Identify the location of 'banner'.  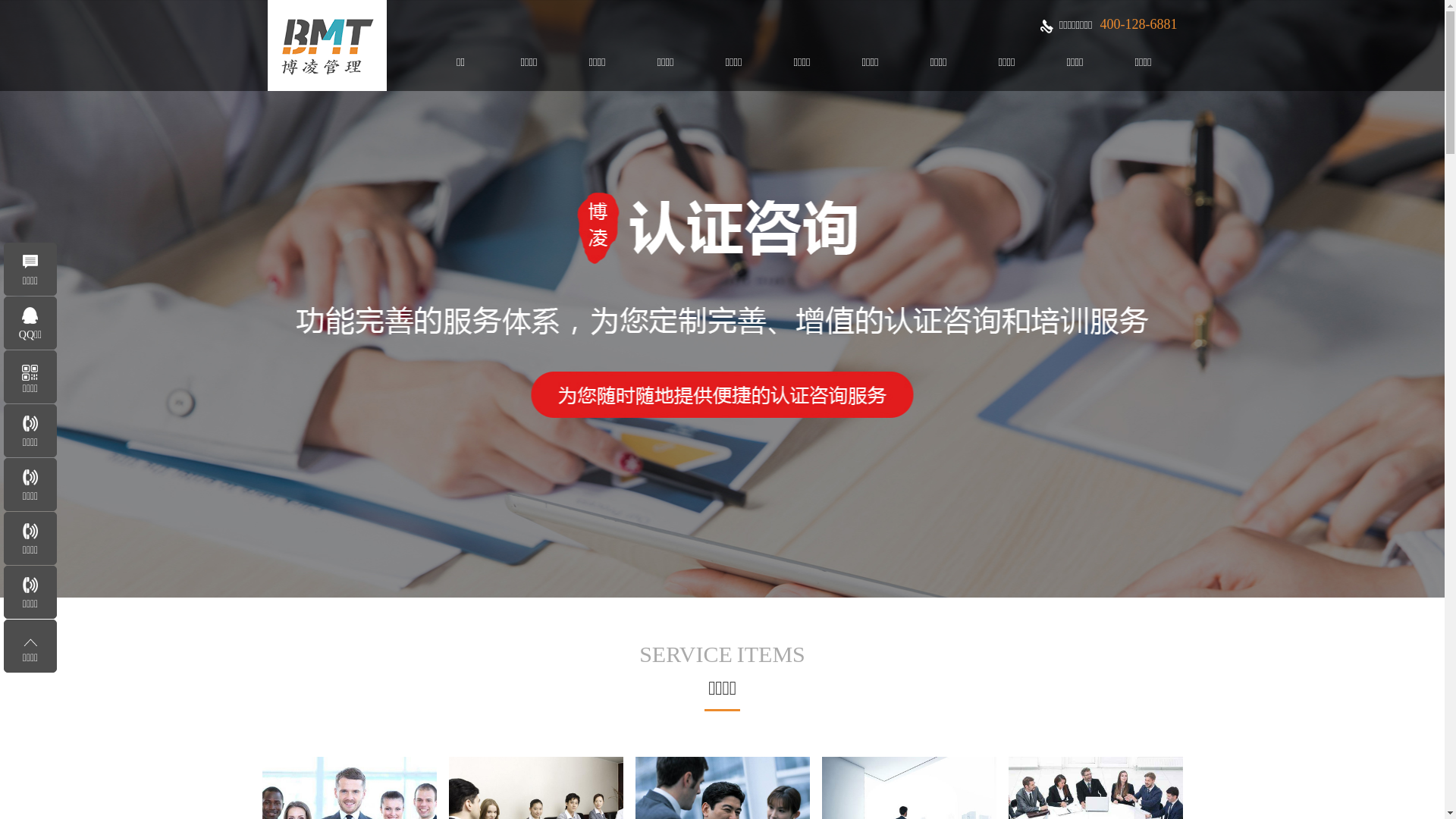
(721, 298).